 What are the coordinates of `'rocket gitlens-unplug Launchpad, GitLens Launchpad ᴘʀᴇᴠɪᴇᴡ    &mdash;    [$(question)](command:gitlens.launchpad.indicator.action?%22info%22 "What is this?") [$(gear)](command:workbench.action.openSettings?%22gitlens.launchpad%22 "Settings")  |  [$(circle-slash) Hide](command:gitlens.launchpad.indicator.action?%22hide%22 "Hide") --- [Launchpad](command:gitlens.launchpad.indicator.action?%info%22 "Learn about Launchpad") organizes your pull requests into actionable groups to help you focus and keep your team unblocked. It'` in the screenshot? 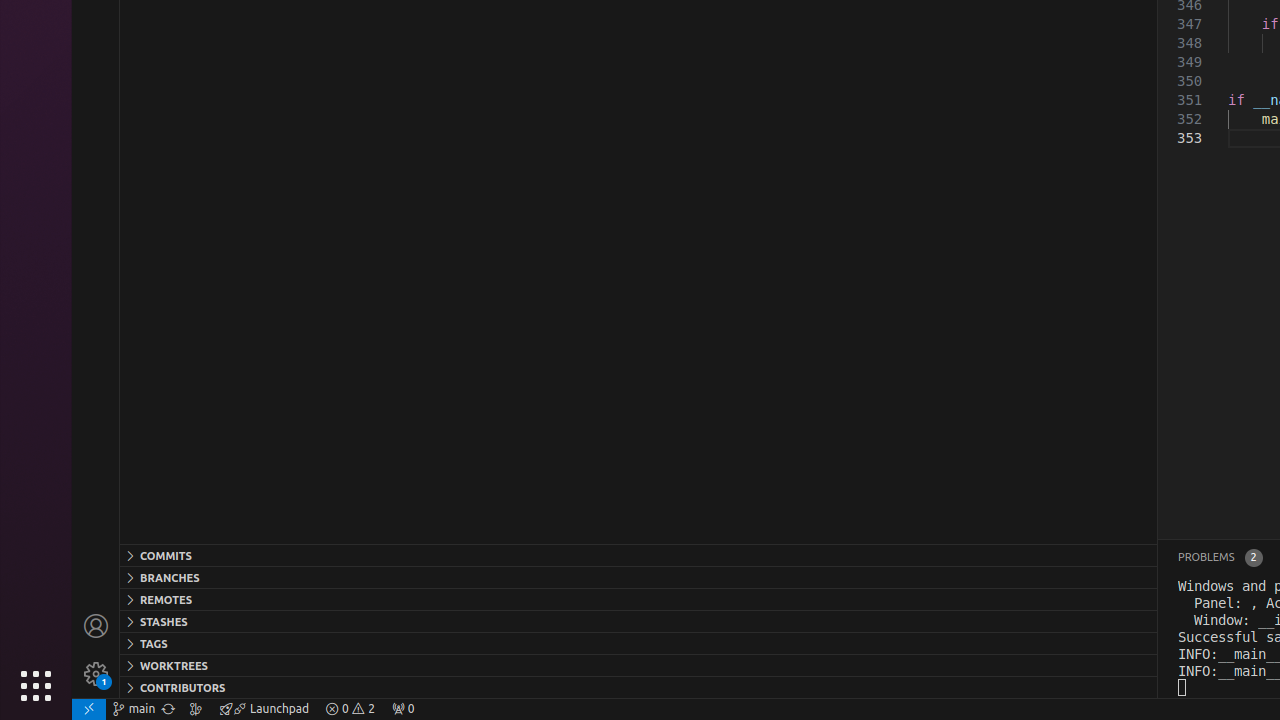 It's located at (263, 707).